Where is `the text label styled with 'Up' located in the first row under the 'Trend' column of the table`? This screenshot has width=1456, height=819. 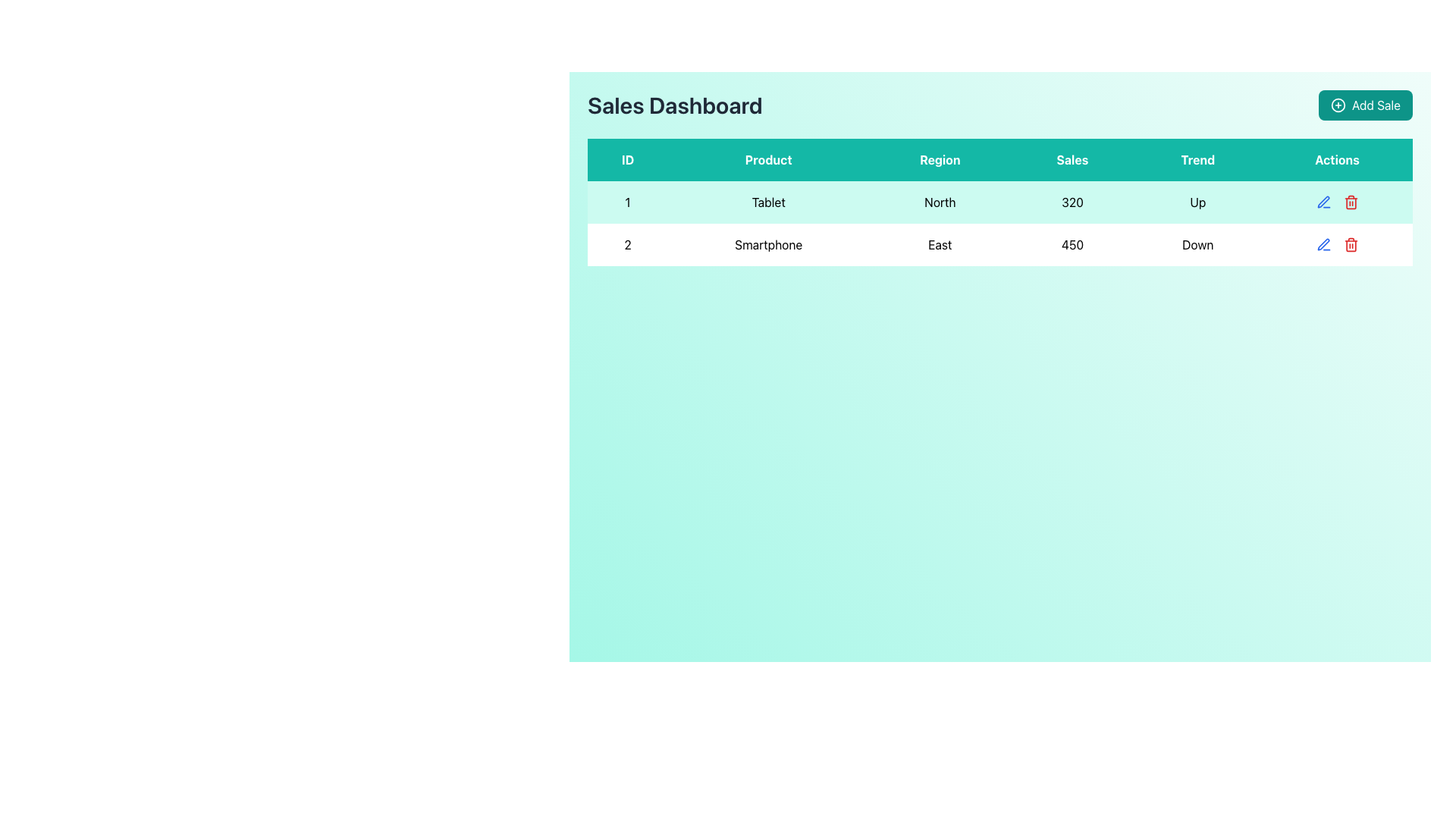 the text label styled with 'Up' located in the first row under the 'Trend' column of the table is located at coordinates (1197, 201).